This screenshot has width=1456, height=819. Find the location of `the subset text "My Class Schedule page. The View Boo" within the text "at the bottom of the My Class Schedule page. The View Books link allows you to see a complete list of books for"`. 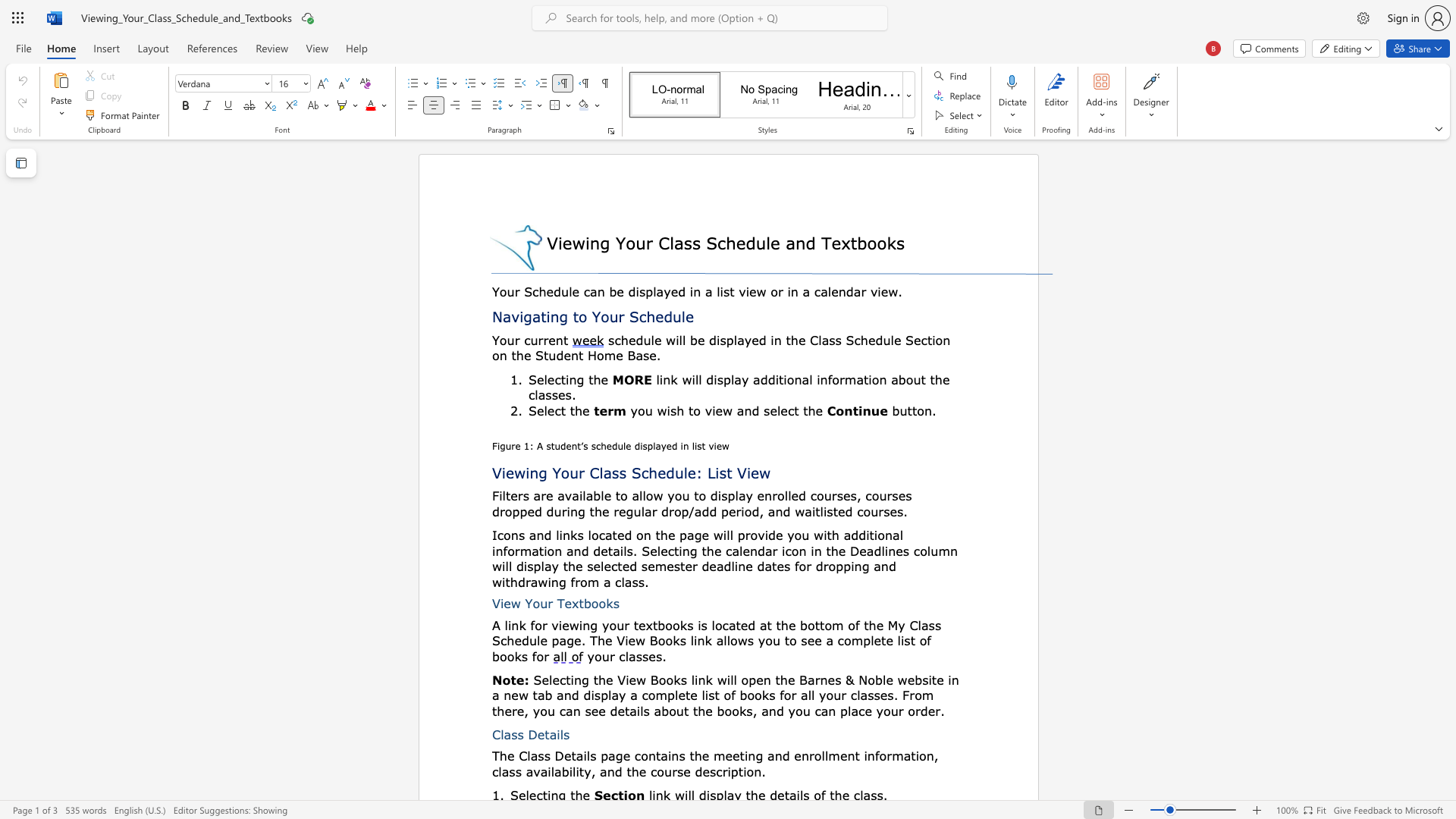

the subset text "My Class Schedule page. The View Boo" within the text "at the bottom of the My Class Schedule page. The View Books link allows you to see a complete list of books for" is located at coordinates (887, 625).